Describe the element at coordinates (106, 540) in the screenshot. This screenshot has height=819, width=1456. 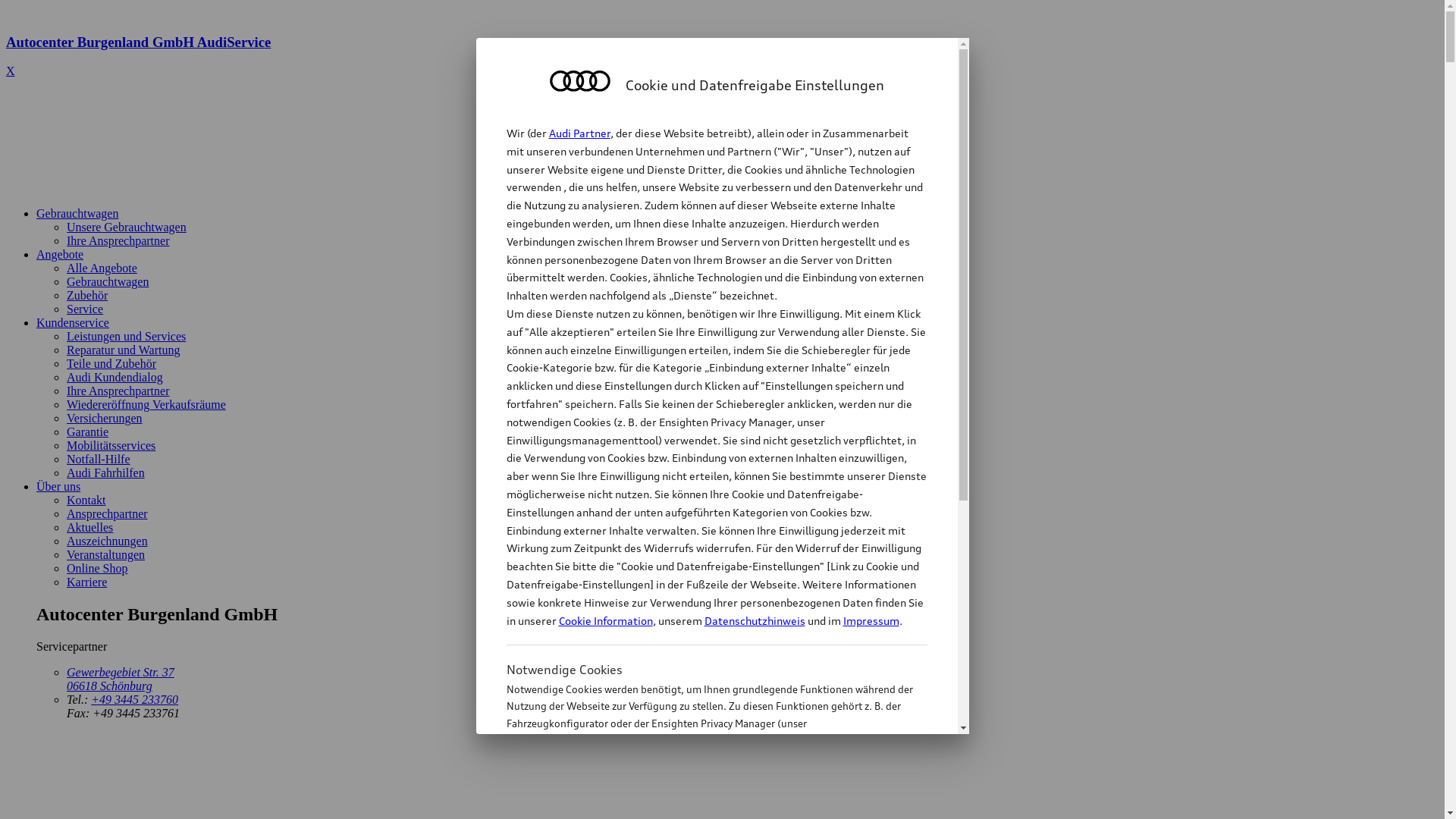
I see `'Auszeichnungen'` at that location.